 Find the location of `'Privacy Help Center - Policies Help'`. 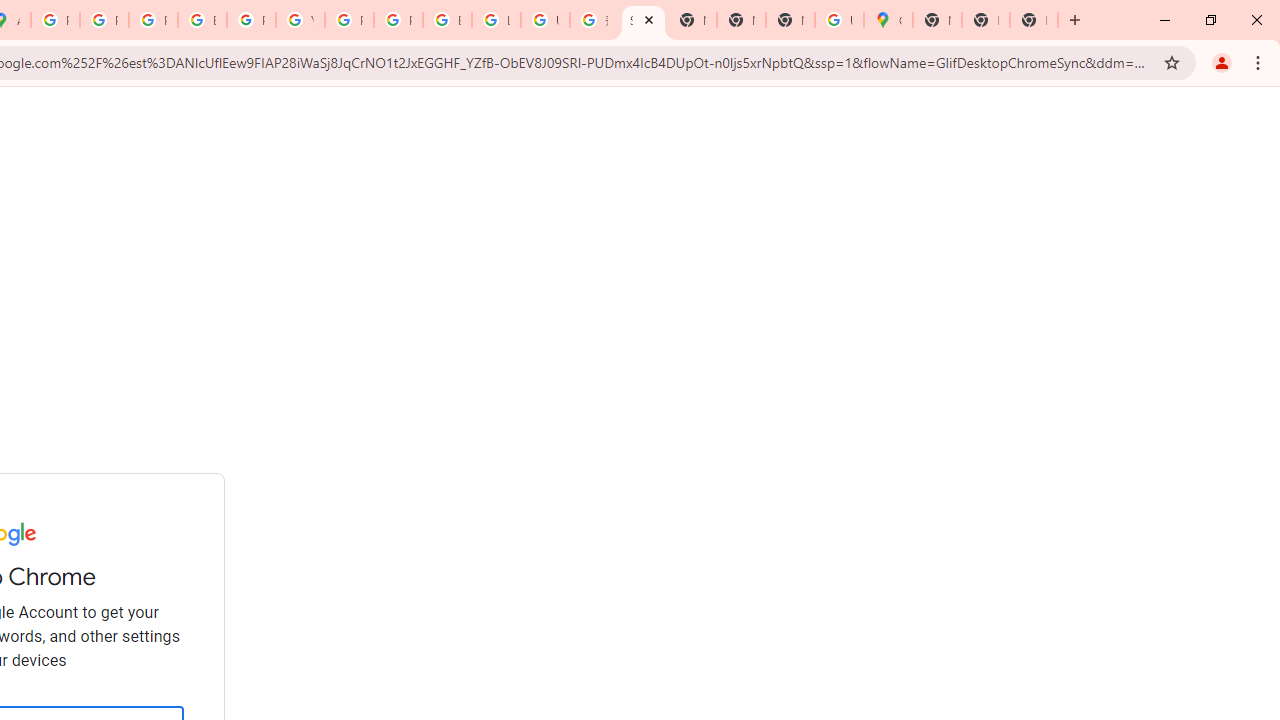

'Privacy Help Center - Policies Help' is located at coordinates (103, 20).